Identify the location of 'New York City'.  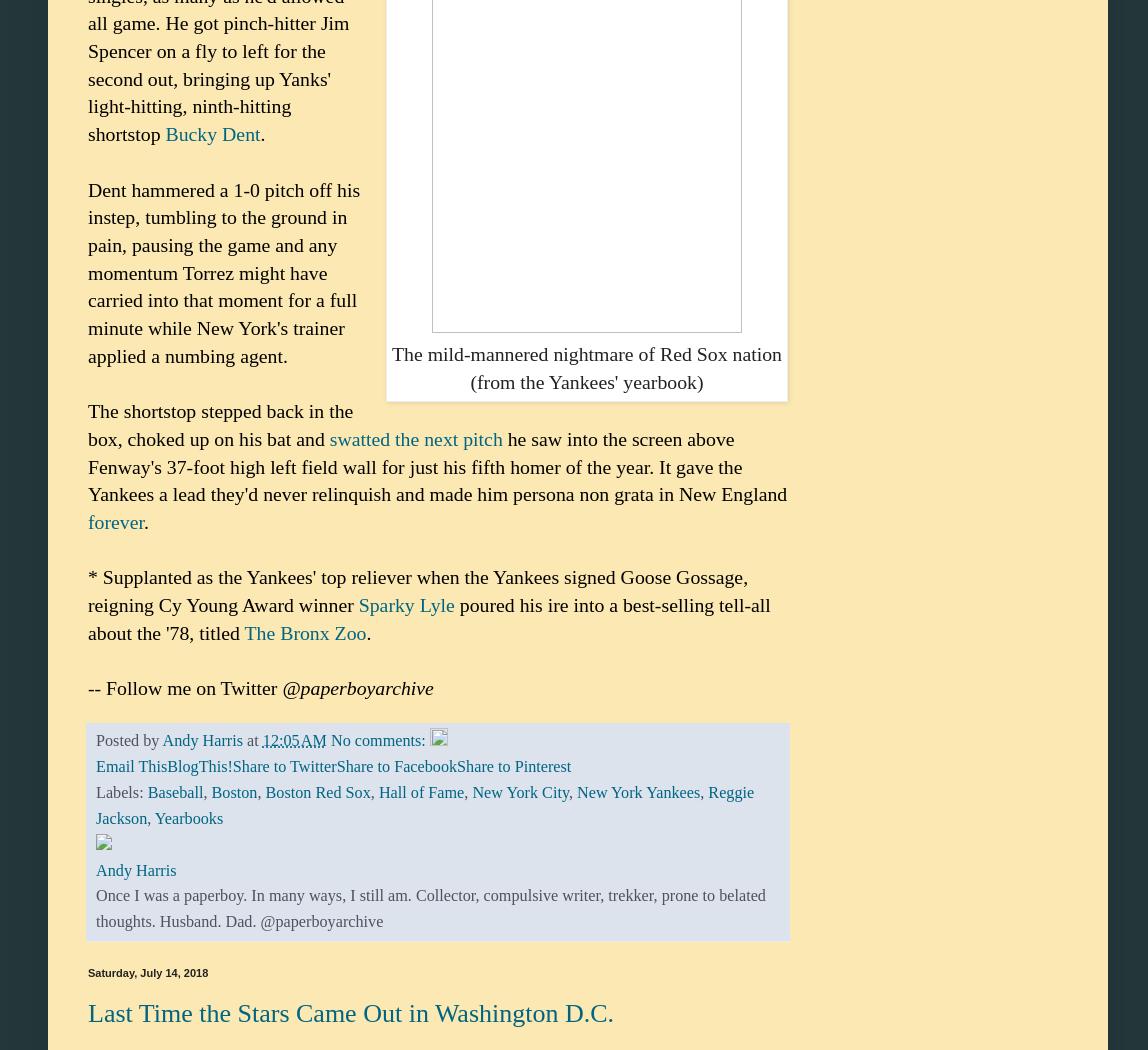
(520, 791).